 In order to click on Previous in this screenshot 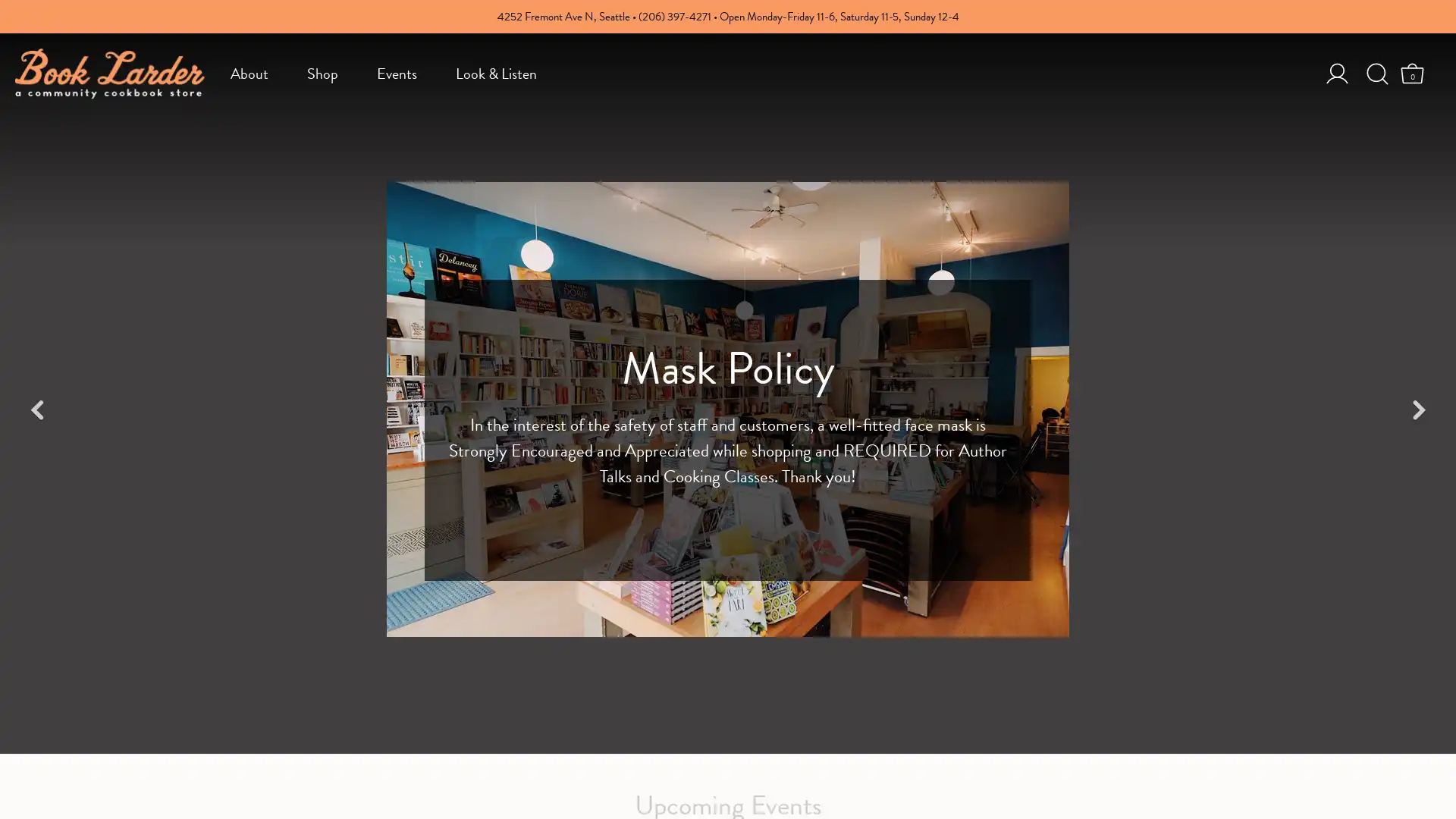, I will do `click(37, 409)`.